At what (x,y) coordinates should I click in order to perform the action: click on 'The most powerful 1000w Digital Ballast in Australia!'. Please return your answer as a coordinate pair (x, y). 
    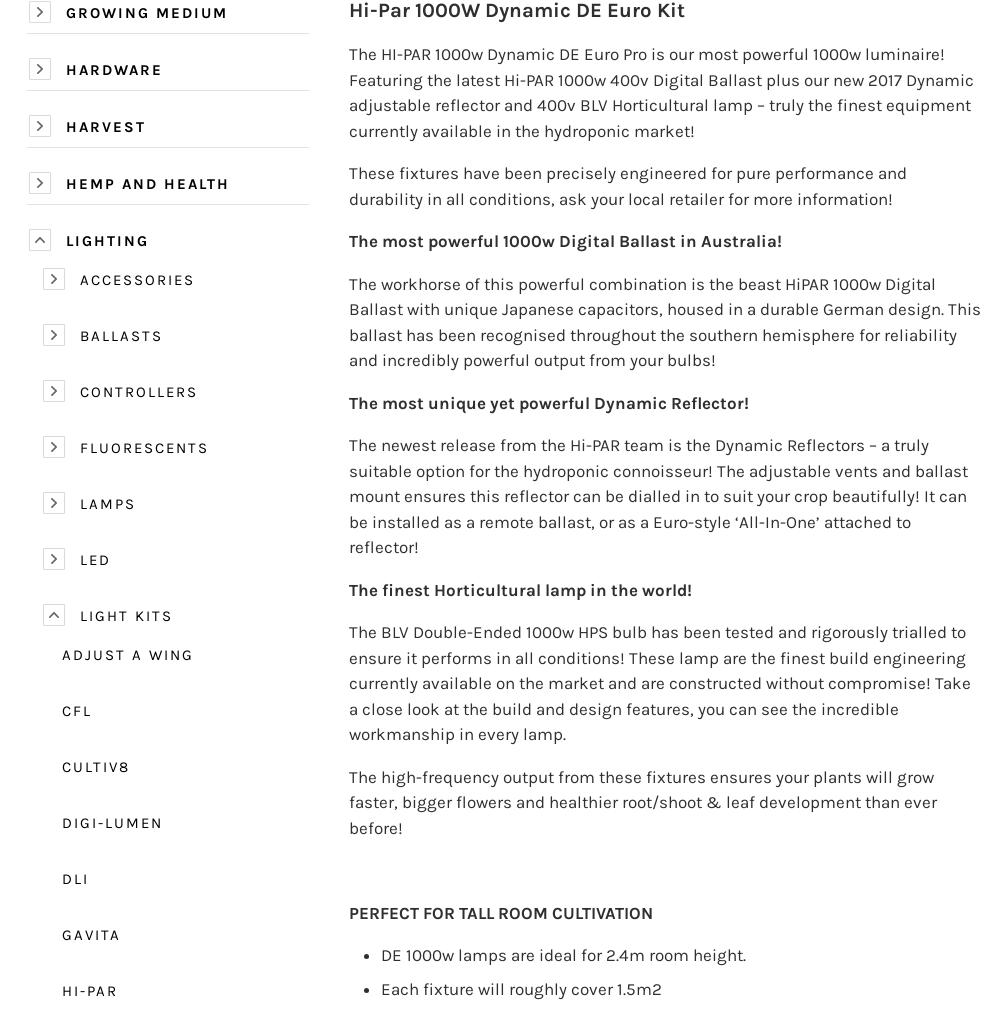
    Looking at the image, I should click on (564, 240).